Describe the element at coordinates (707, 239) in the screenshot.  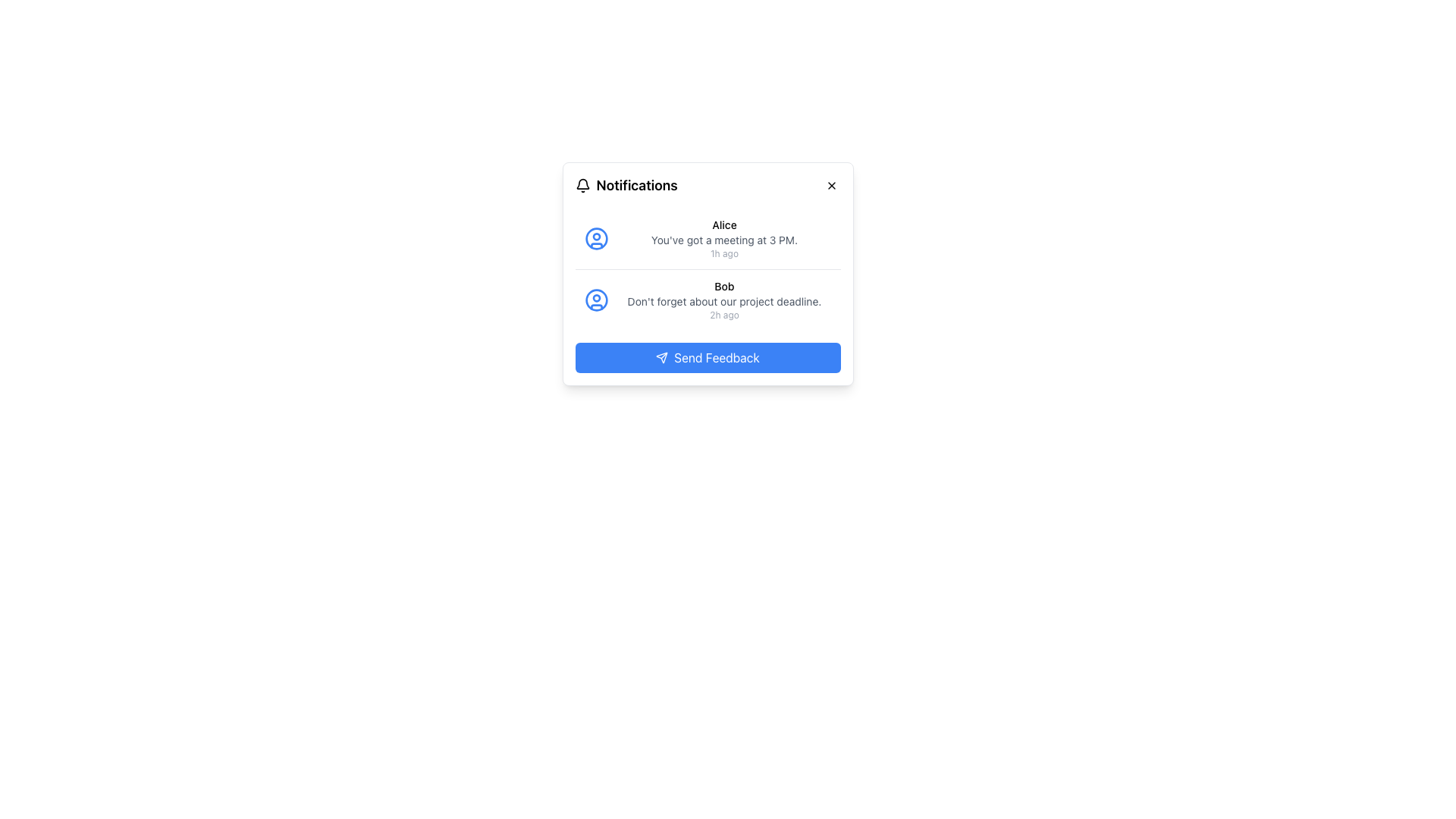
I see `the first notification item in the notification panel` at that location.